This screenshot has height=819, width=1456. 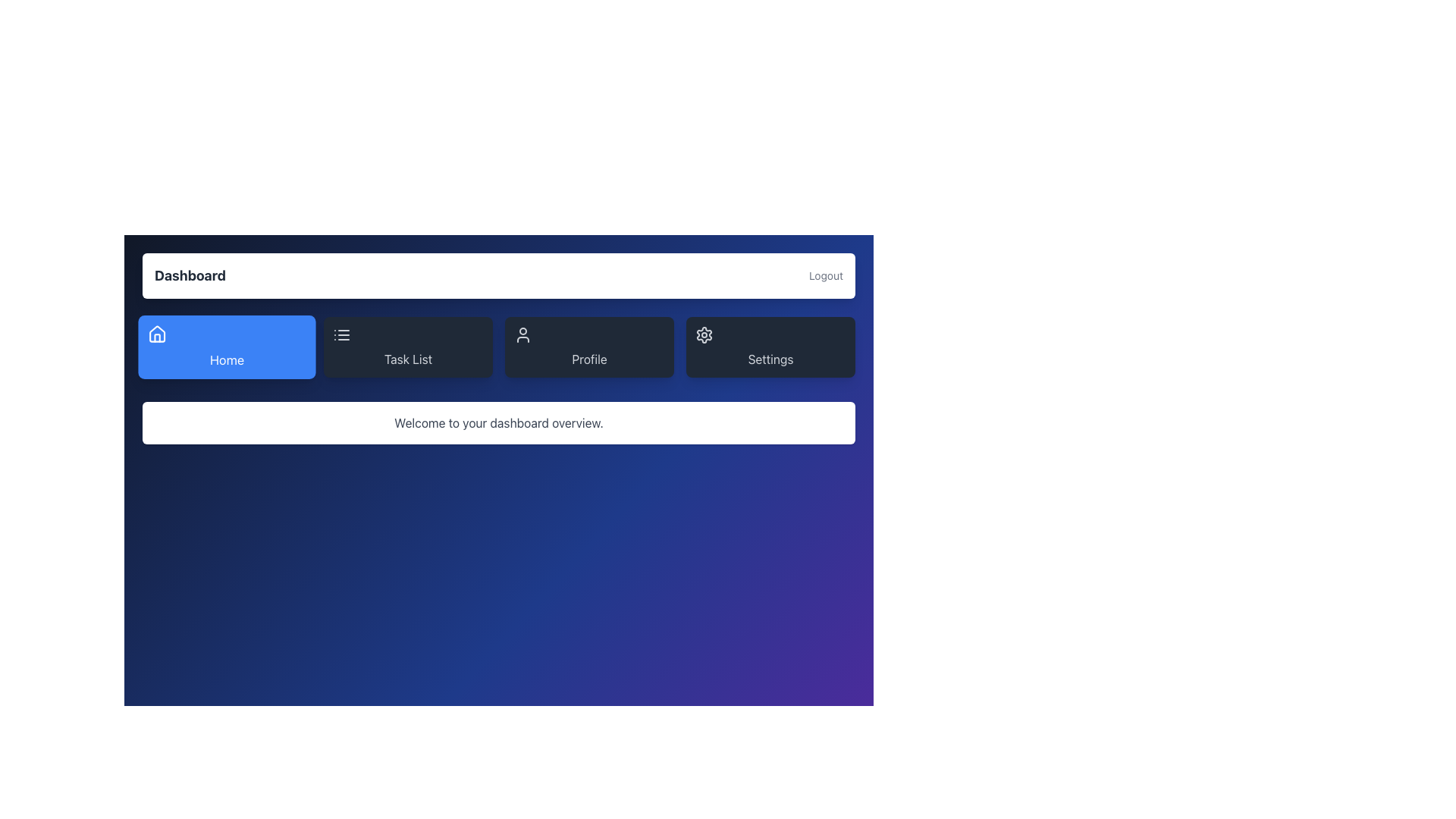 What do you see at coordinates (498, 423) in the screenshot?
I see `welcoming message in the Informational Text Block located below the navigation panel on the dashboard interface` at bounding box center [498, 423].